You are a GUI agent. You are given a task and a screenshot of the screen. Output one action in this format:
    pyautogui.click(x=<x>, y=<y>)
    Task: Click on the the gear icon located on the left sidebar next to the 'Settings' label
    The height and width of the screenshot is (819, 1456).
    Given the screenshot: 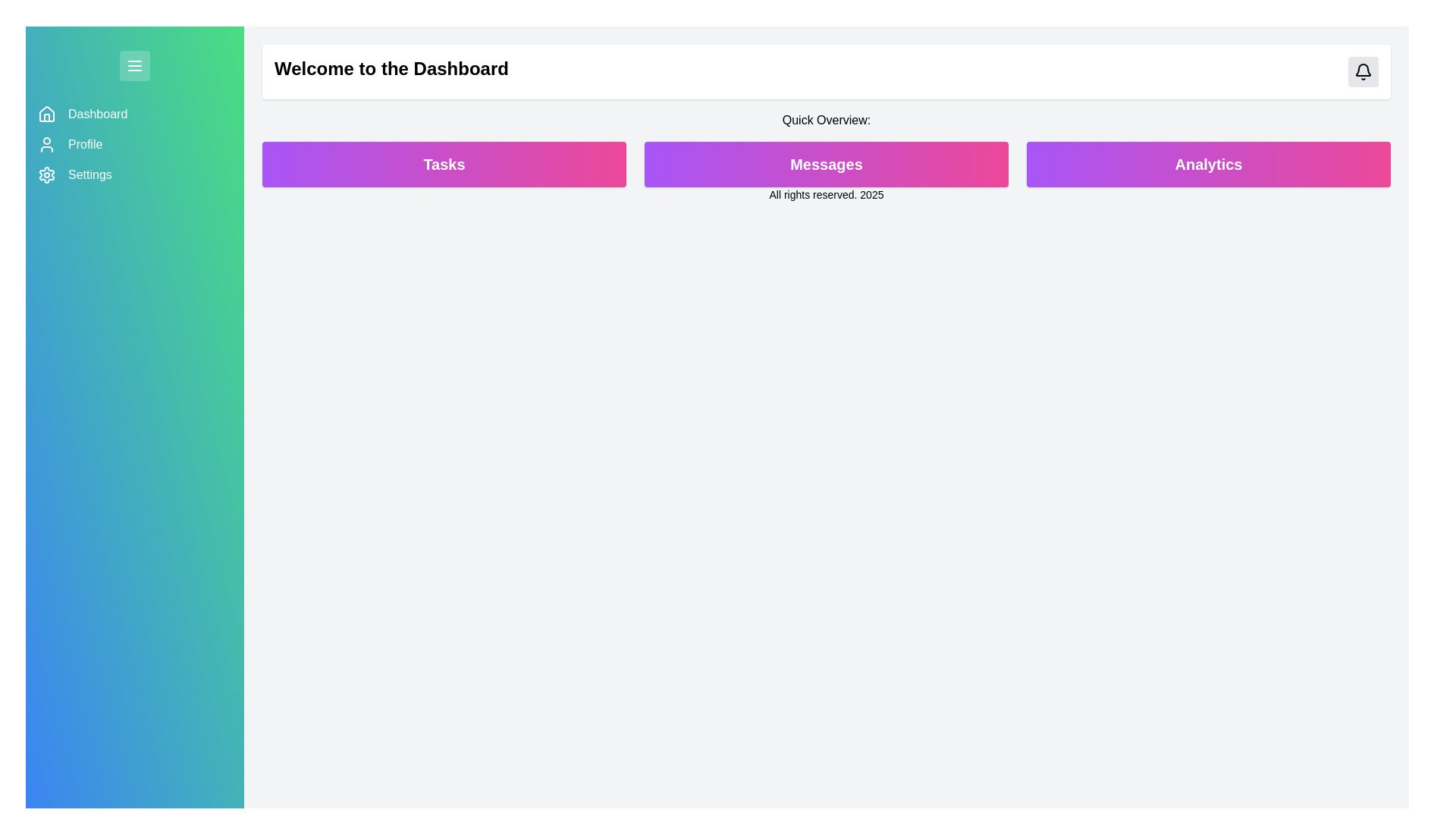 What is the action you would take?
    pyautogui.click(x=47, y=174)
    